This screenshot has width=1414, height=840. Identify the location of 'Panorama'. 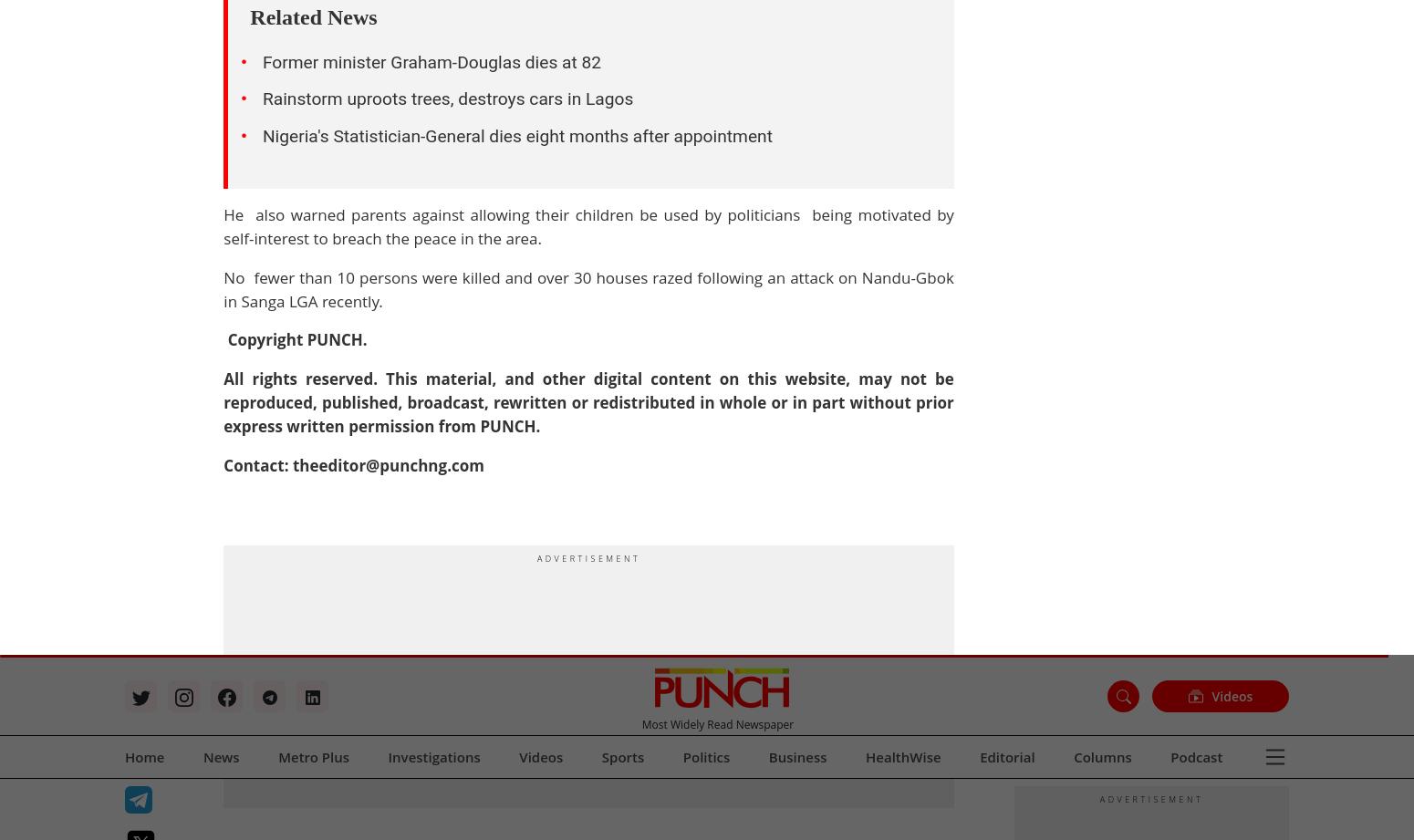
(566, 61).